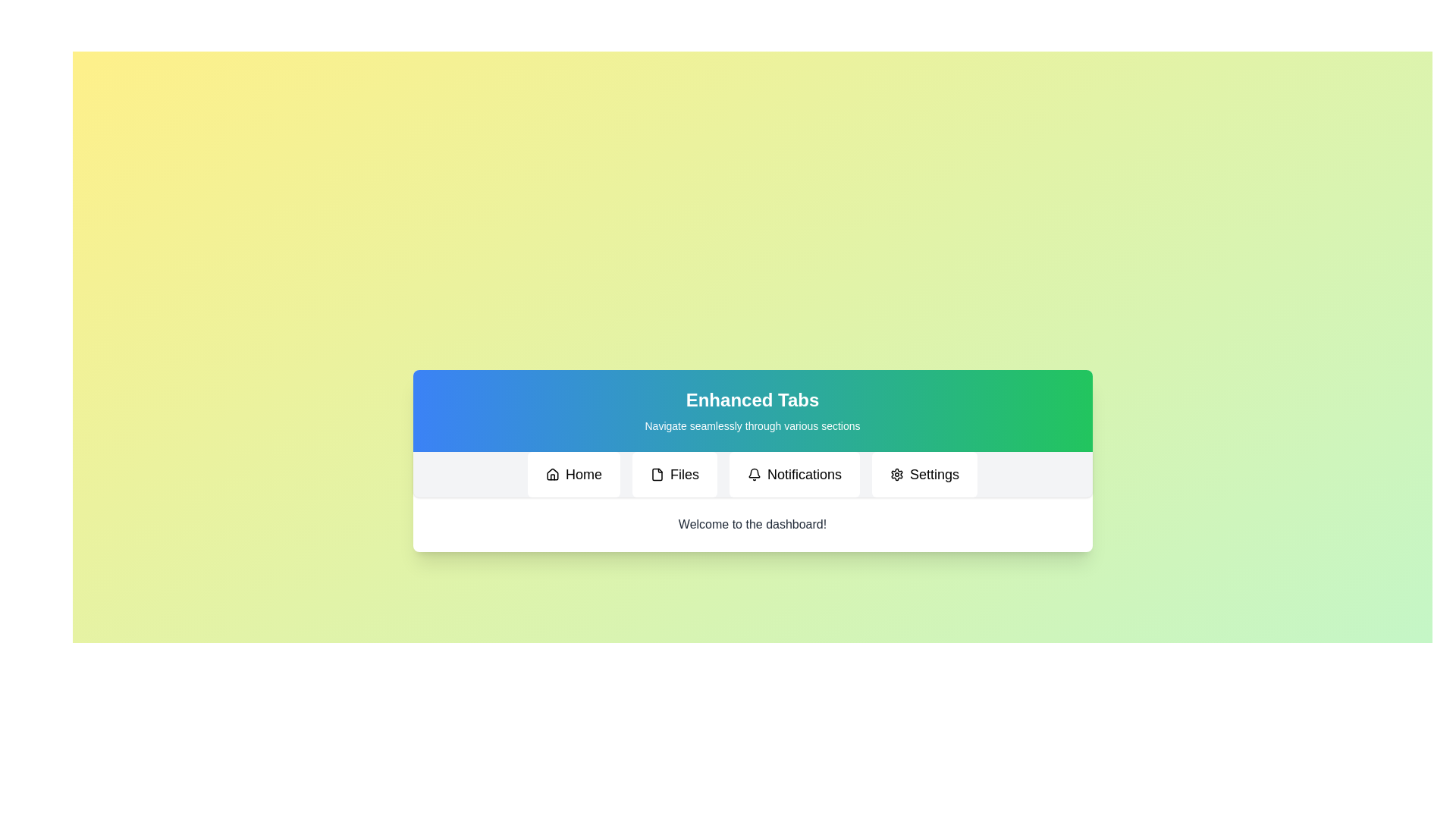 The image size is (1456, 819). What do you see at coordinates (552, 473) in the screenshot?
I see `the house outline icon located in the 'Home' tab of the navigation bar` at bounding box center [552, 473].